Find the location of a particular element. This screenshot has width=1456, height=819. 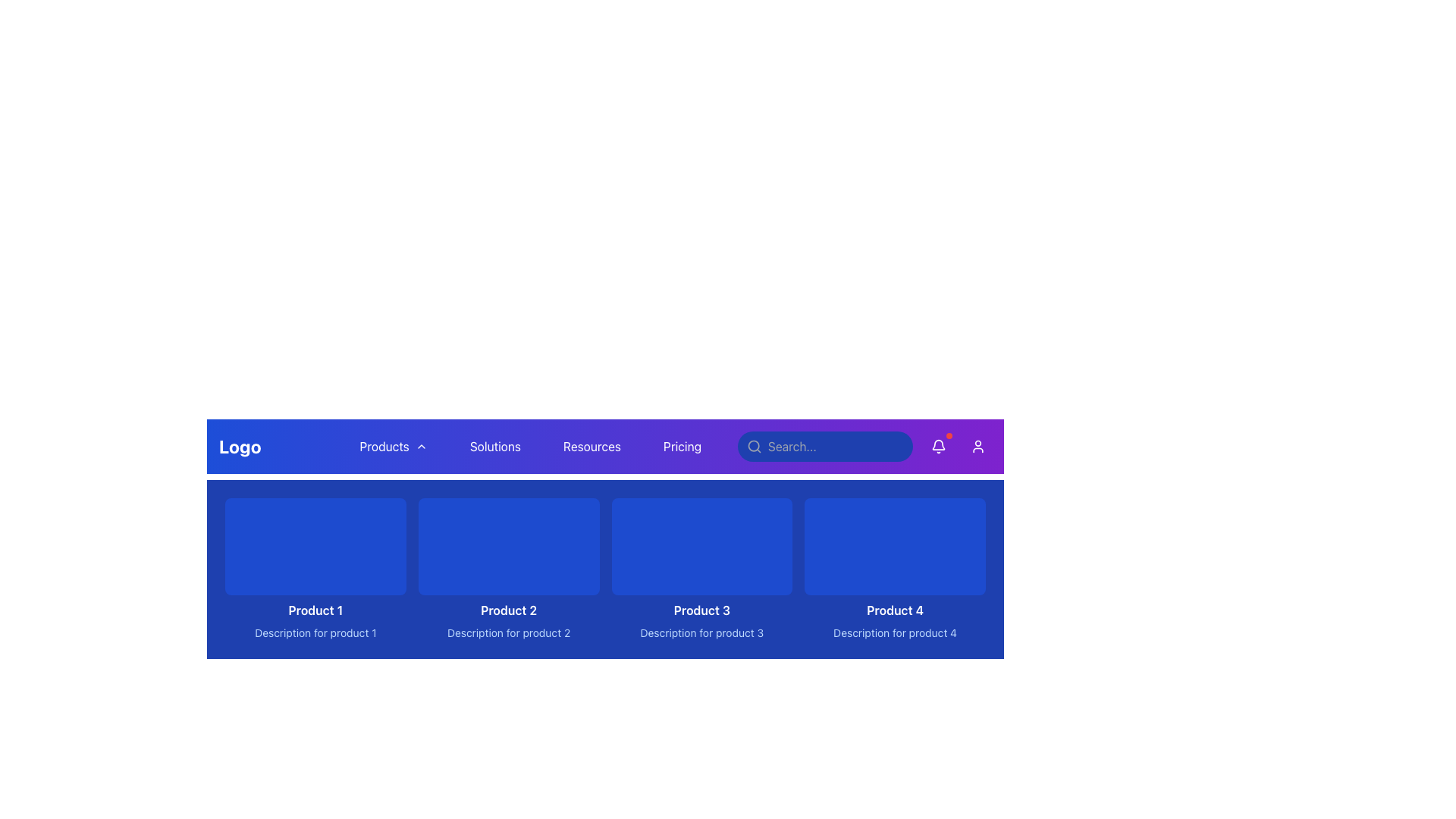

the text label that displays 'Product 1', which is styled in bold white font against a blue background, located near the bottom center of the first product card is located at coordinates (315, 610).